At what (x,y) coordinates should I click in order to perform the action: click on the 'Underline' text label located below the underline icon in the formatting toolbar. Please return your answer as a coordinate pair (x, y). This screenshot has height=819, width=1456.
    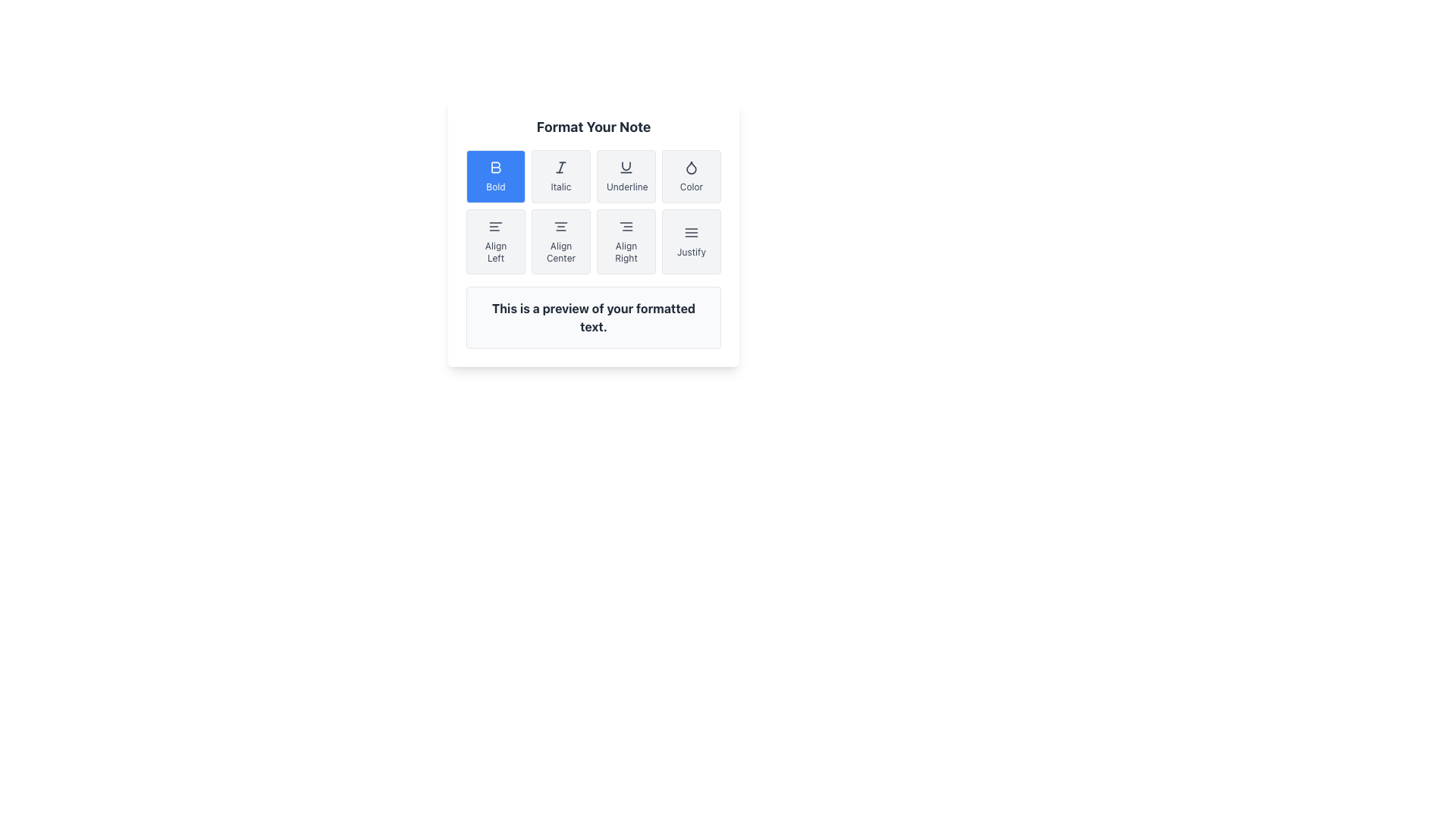
    Looking at the image, I should click on (626, 186).